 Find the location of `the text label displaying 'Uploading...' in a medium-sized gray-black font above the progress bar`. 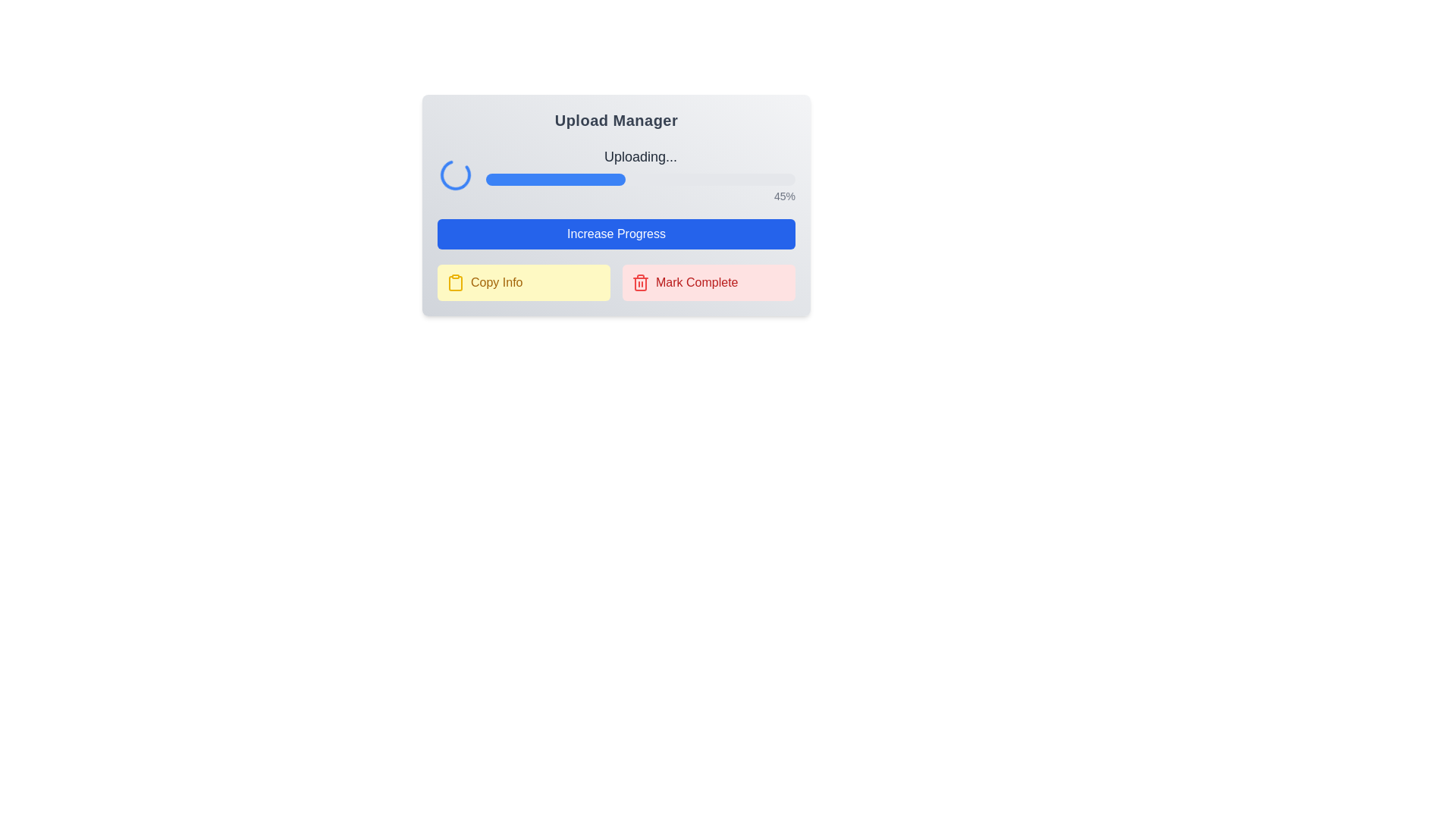

the text label displaying 'Uploading...' in a medium-sized gray-black font above the progress bar is located at coordinates (640, 157).